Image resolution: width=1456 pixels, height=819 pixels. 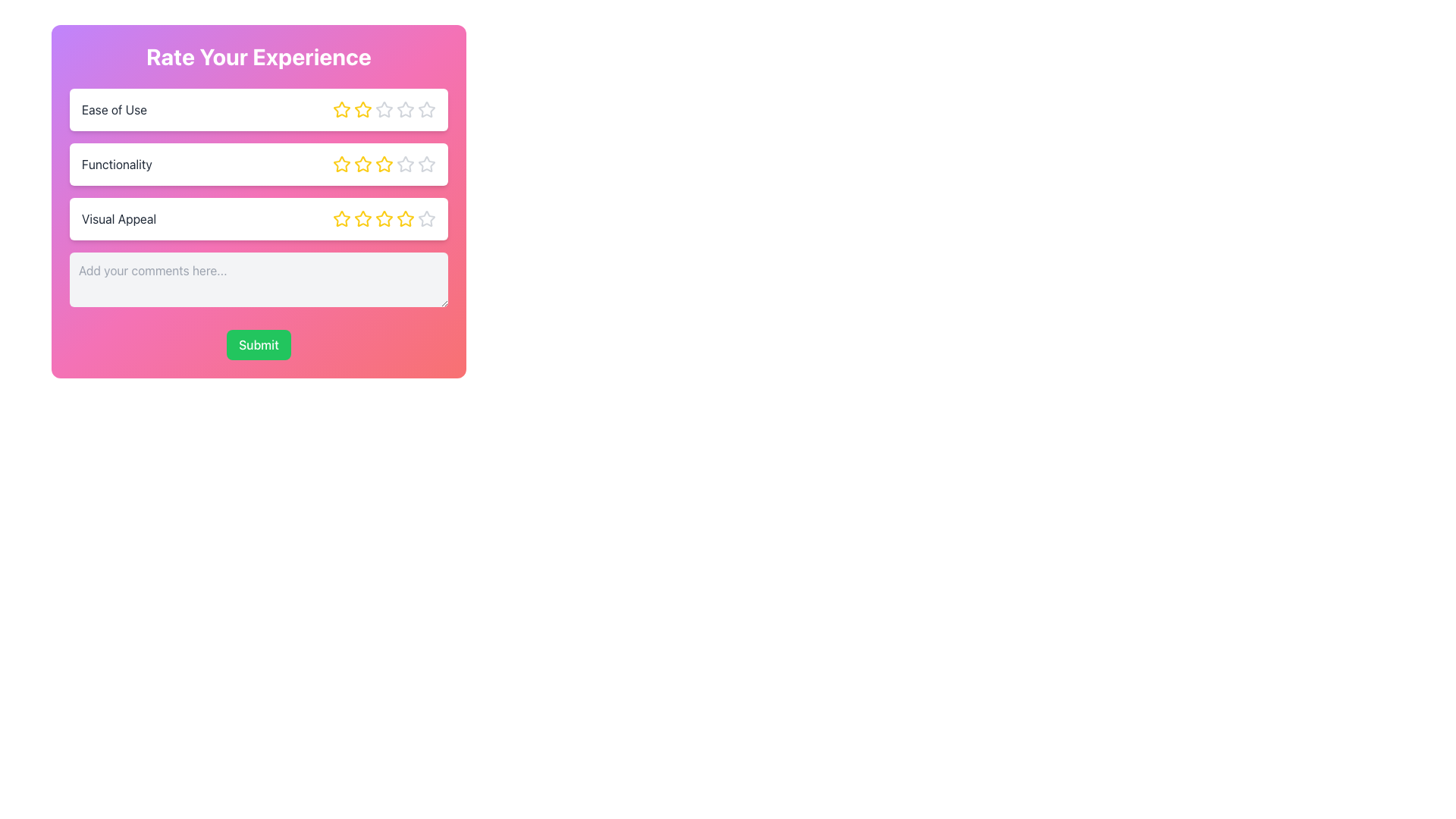 What do you see at coordinates (259, 345) in the screenshot?
I see `the 'Submit' button, which has a green background and white text` at bounding box center [259, 345].